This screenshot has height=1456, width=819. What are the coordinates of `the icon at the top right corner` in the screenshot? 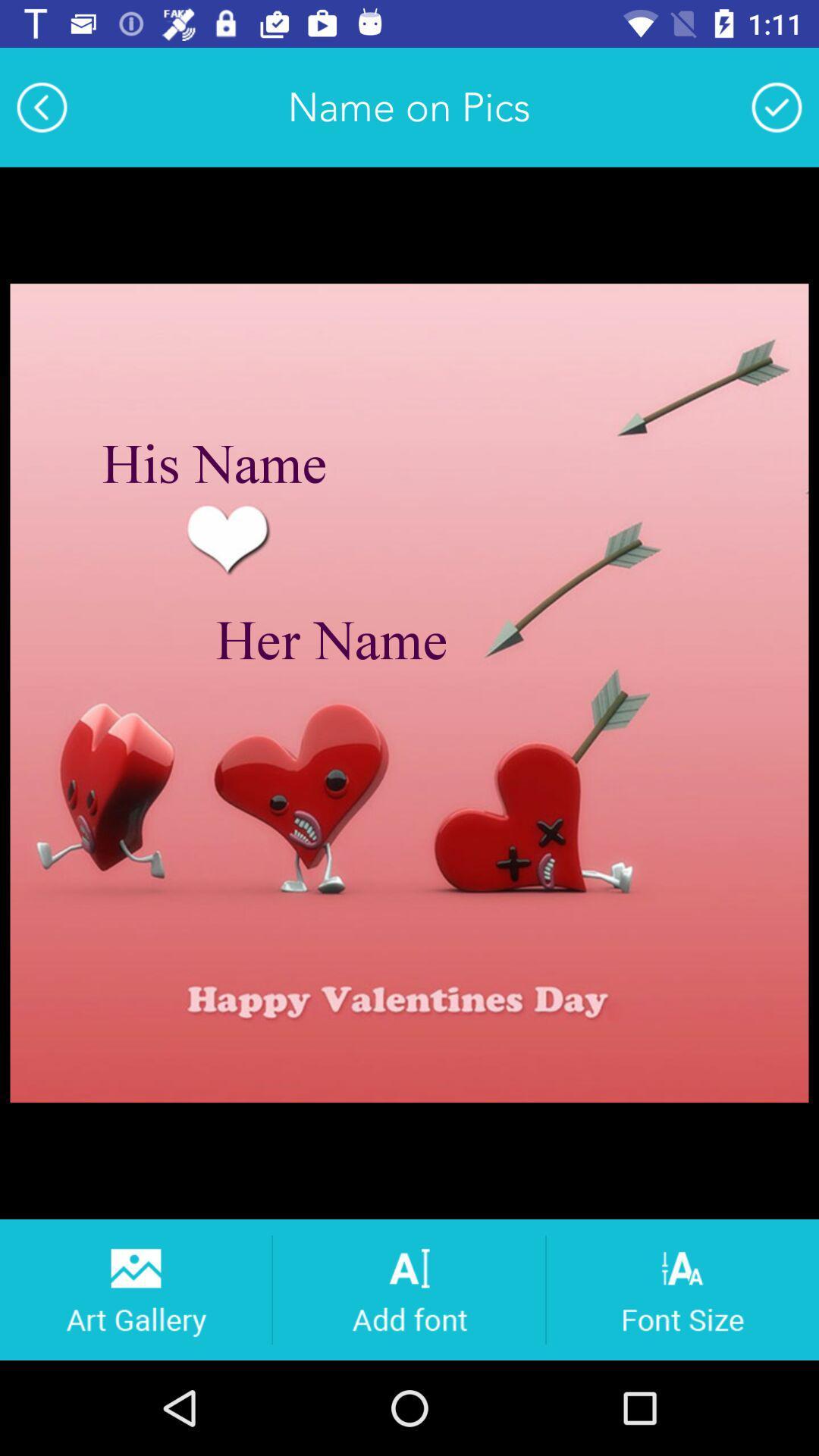 It's located at (777, 106).